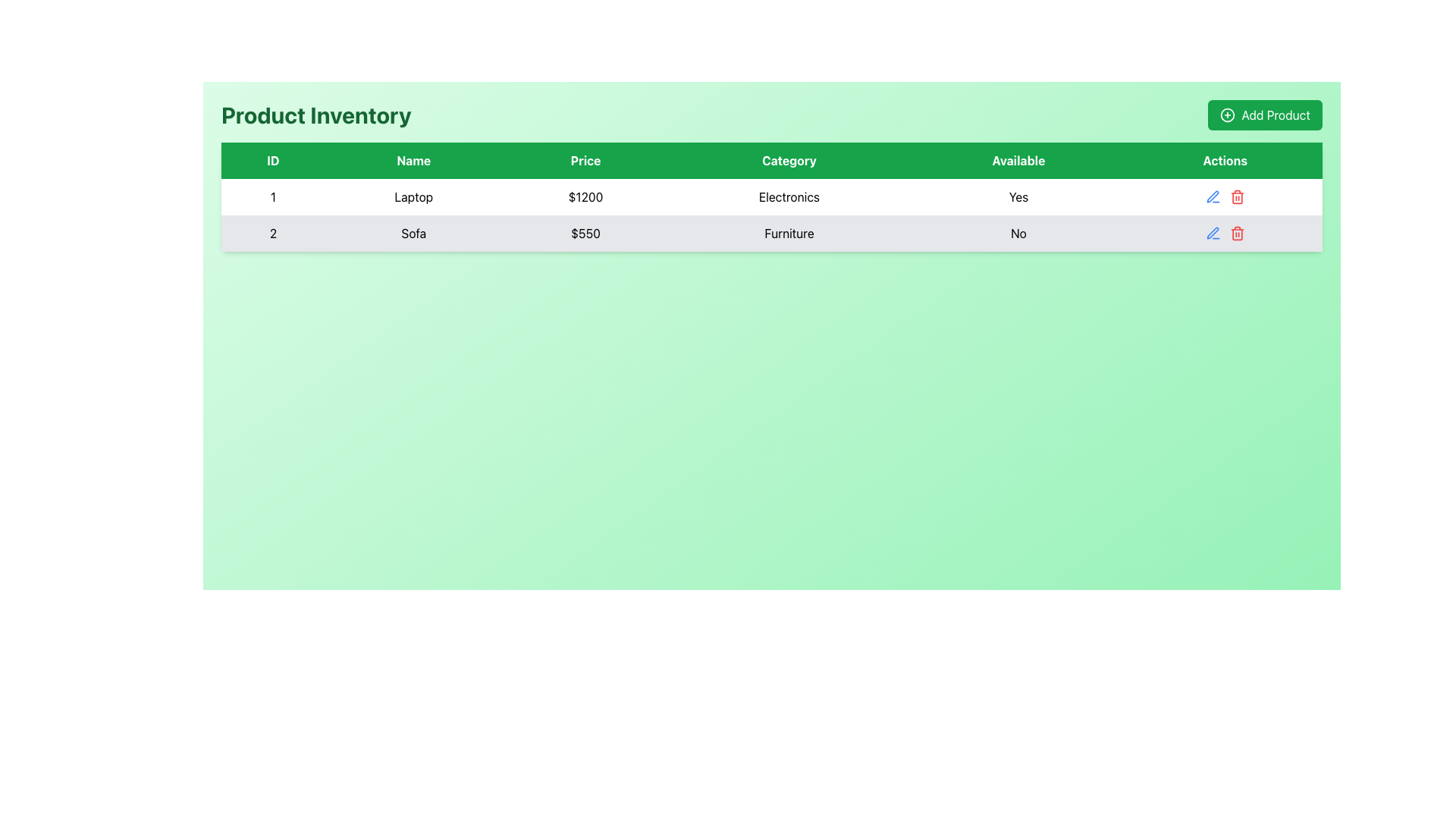 Image resolution: width=1456 pixels, height=819 pixels. What do you see at coordinates (1228, 114) in the screenshot?
I see `the circular SVG graphic element that represents a plus symbol inside a circle, located within the green 'Add Product' button` at bounding box center [1228, 114].